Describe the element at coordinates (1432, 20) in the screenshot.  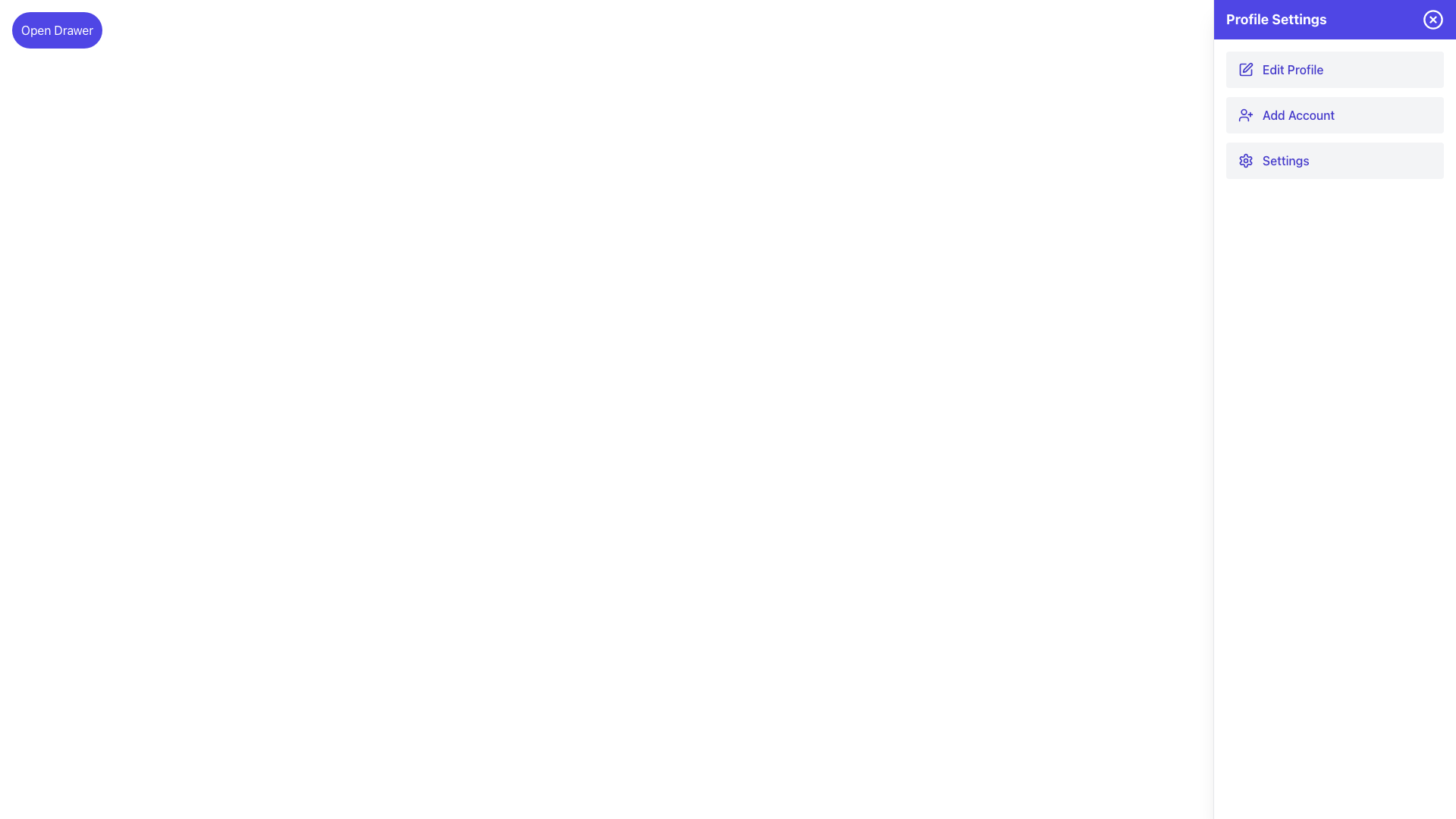
I see `the circular control icon with a blue background and white outlined cross located` at that location.